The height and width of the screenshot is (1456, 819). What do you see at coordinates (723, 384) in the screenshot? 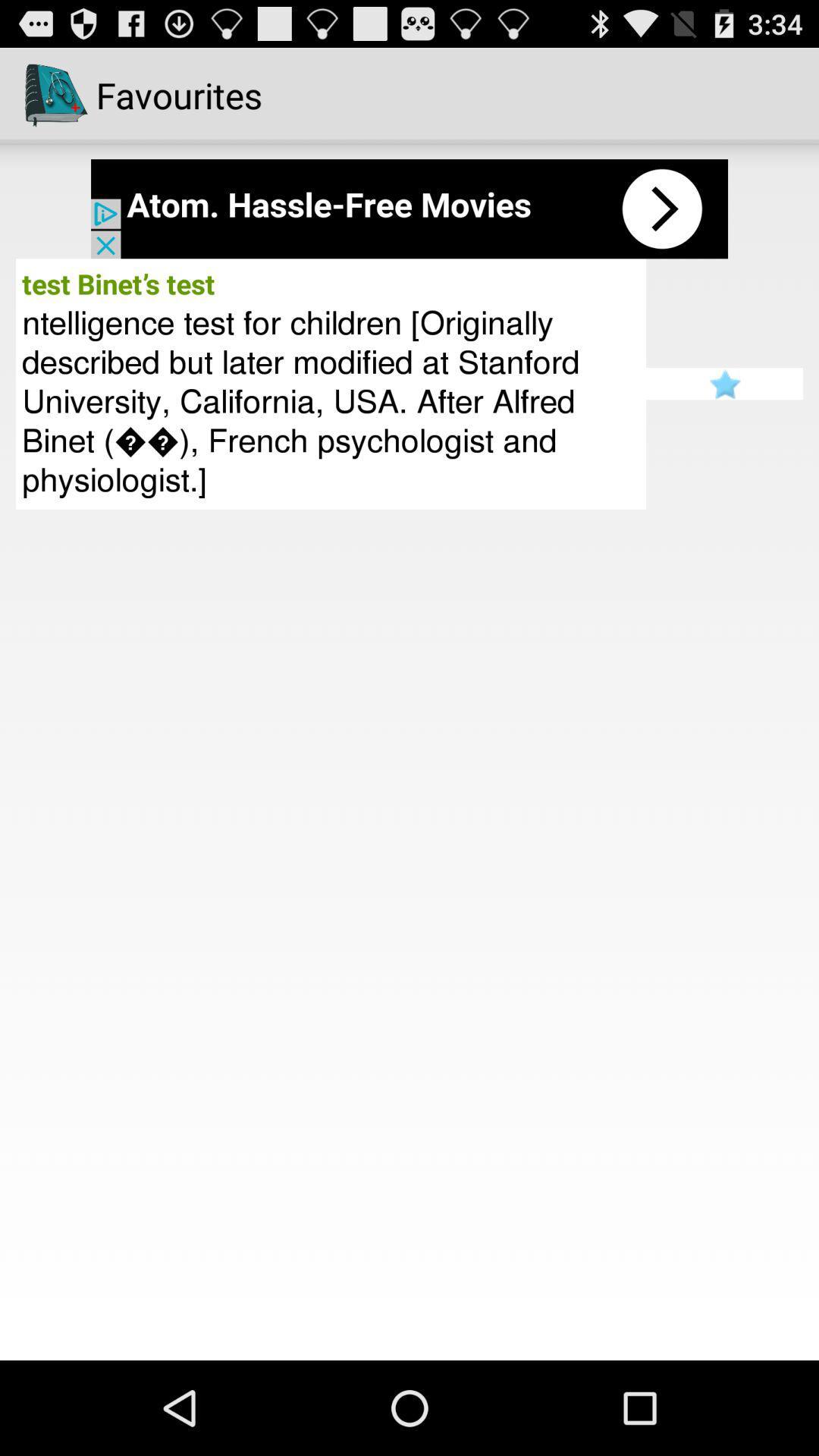
I see `favourite` at bounding box center [723, 384].